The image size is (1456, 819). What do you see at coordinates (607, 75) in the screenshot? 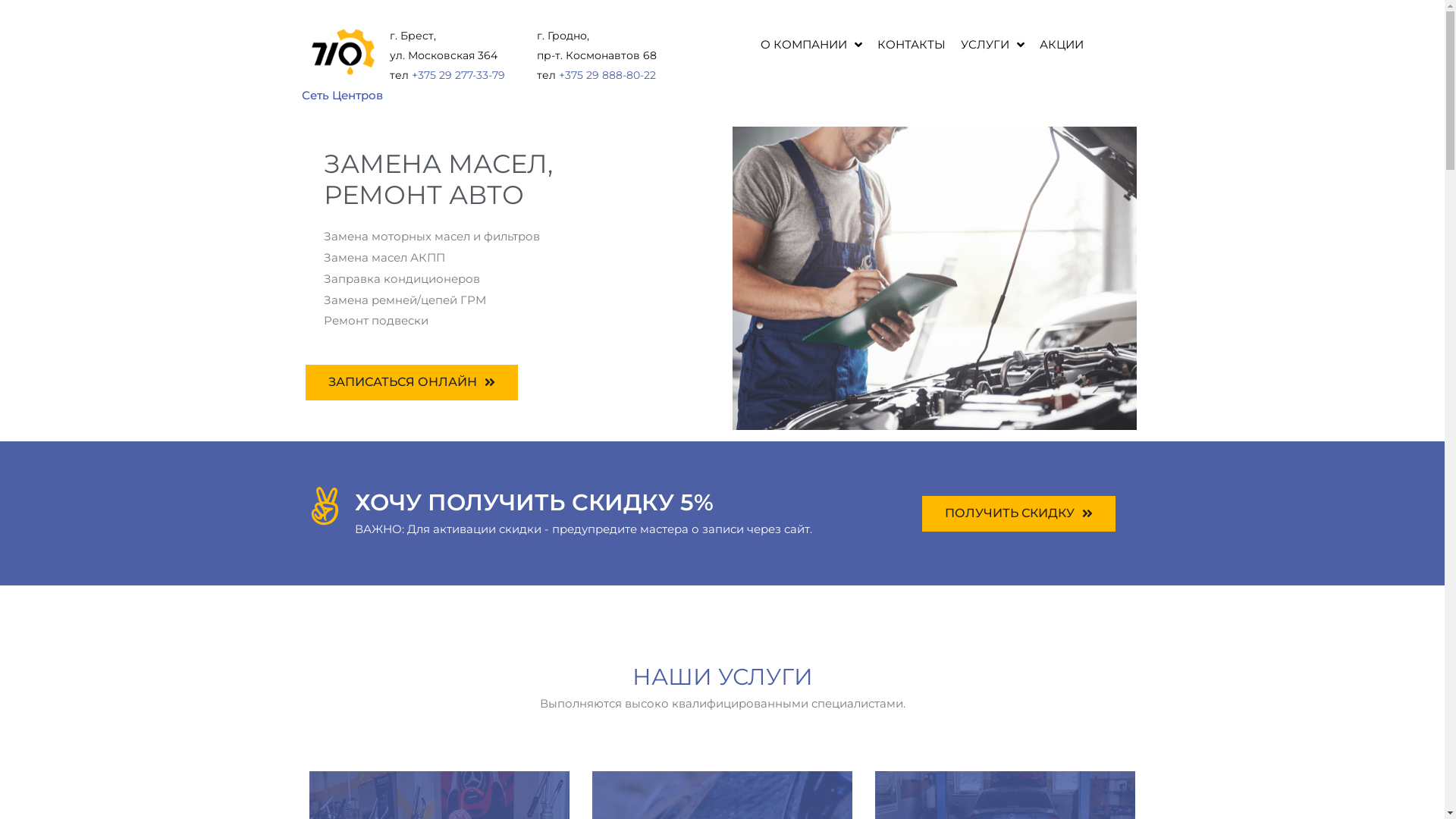
I see `'+375 29 888-80-22'` at bounding box center [607, 75].